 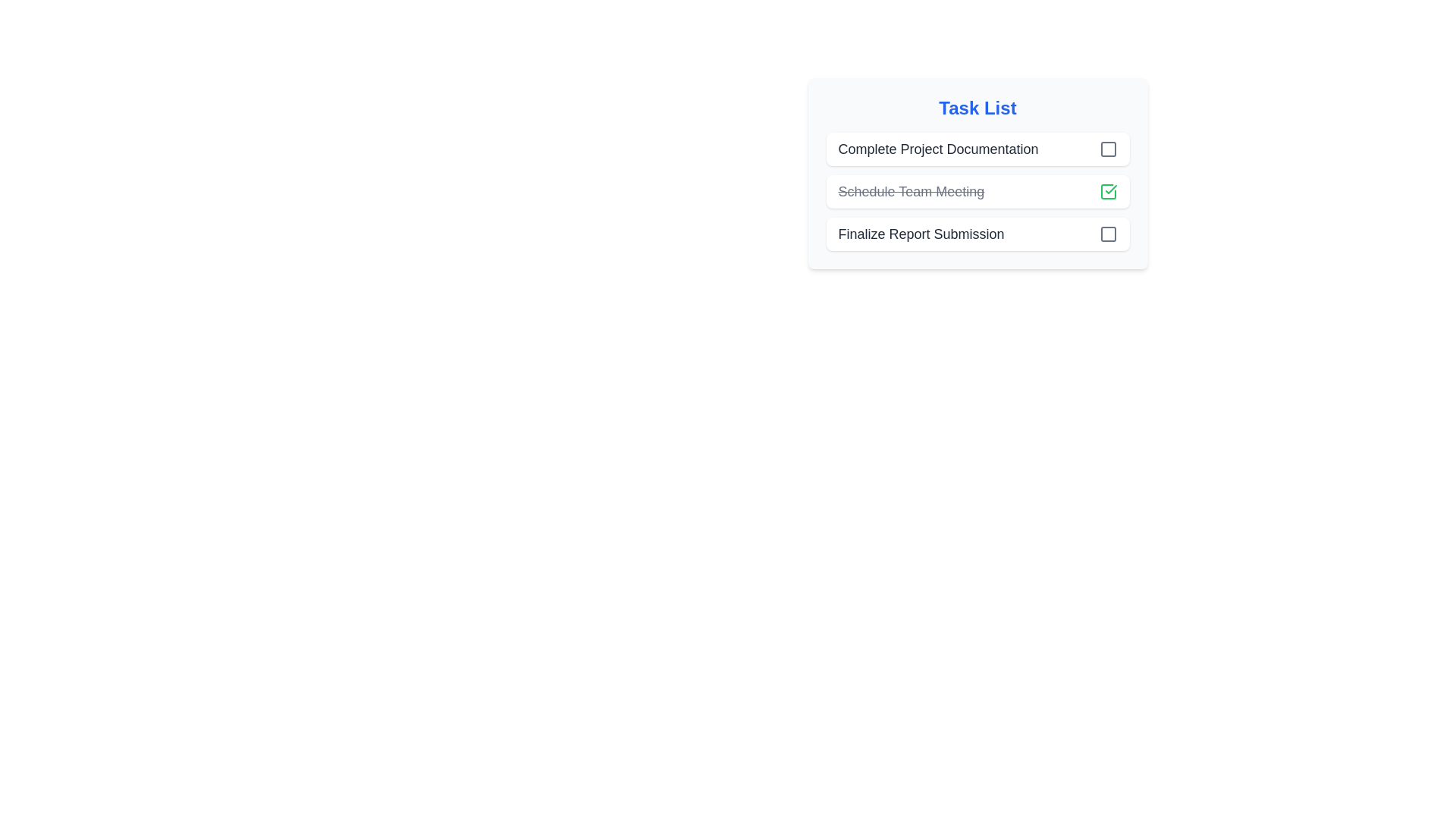 What do you see at coordinates (1108, 191) in the screenshot?
I see `the green checkmark icon in the task list indicating completion for 'Schedule Team Meeting'` at bounding box center [1108, 191].